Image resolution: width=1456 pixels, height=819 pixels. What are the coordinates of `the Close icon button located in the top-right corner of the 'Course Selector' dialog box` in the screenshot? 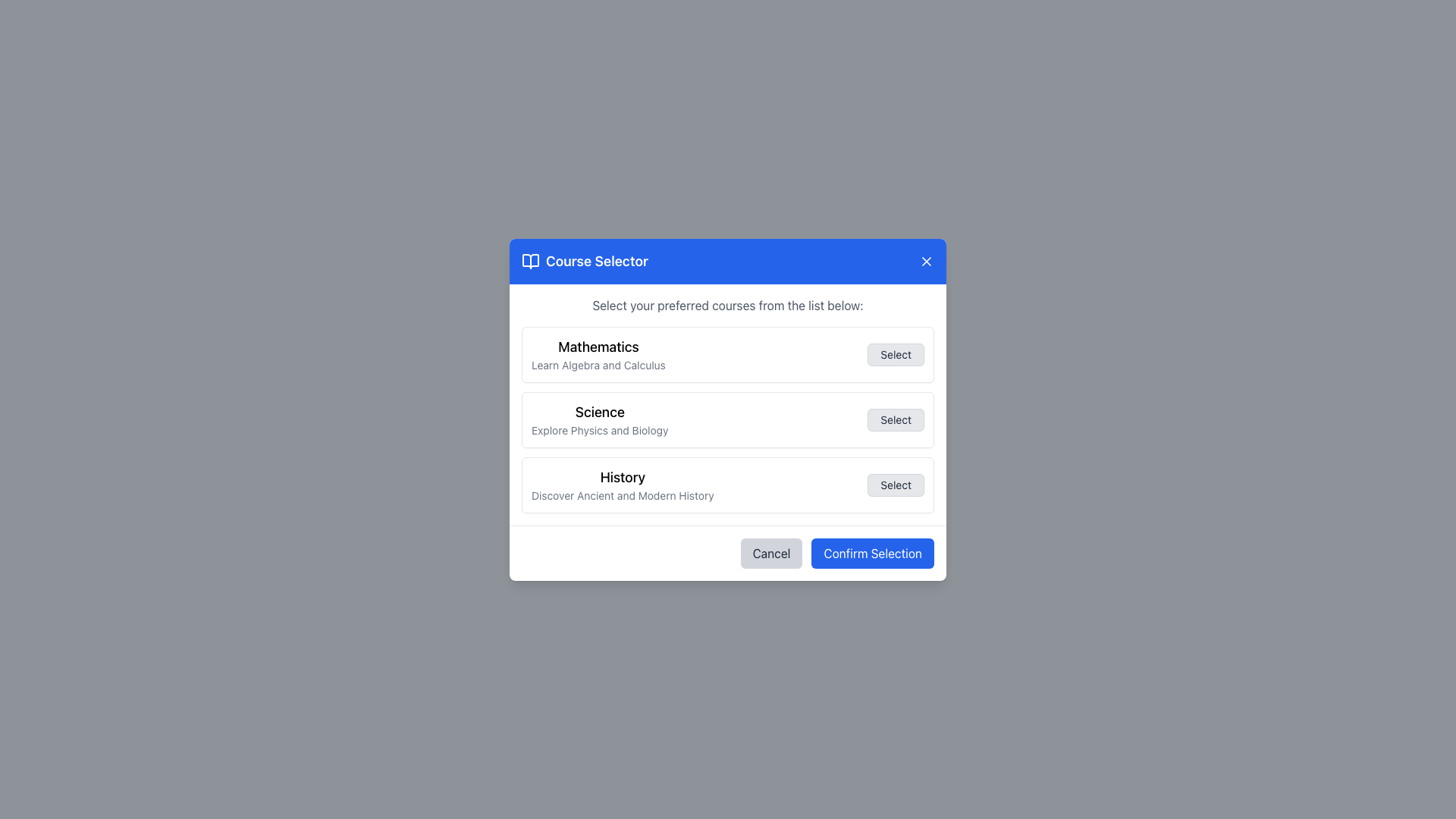 It's located at (926, 259).